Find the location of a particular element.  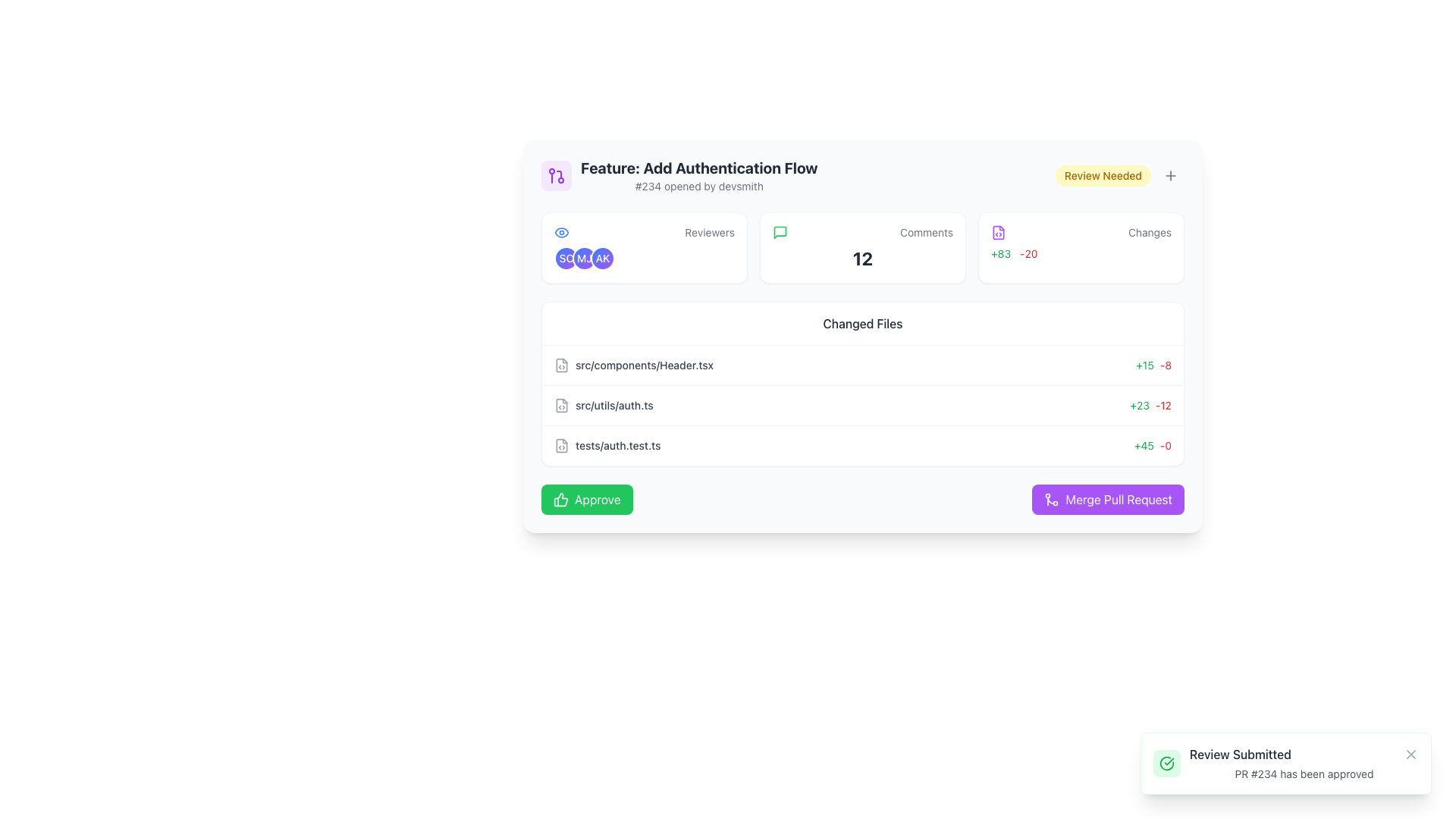

the grey vector icon shaped like a document with code-related graphics, located near the list item for 'tests/auth.test.ts' is located at coordinates (560, 444).